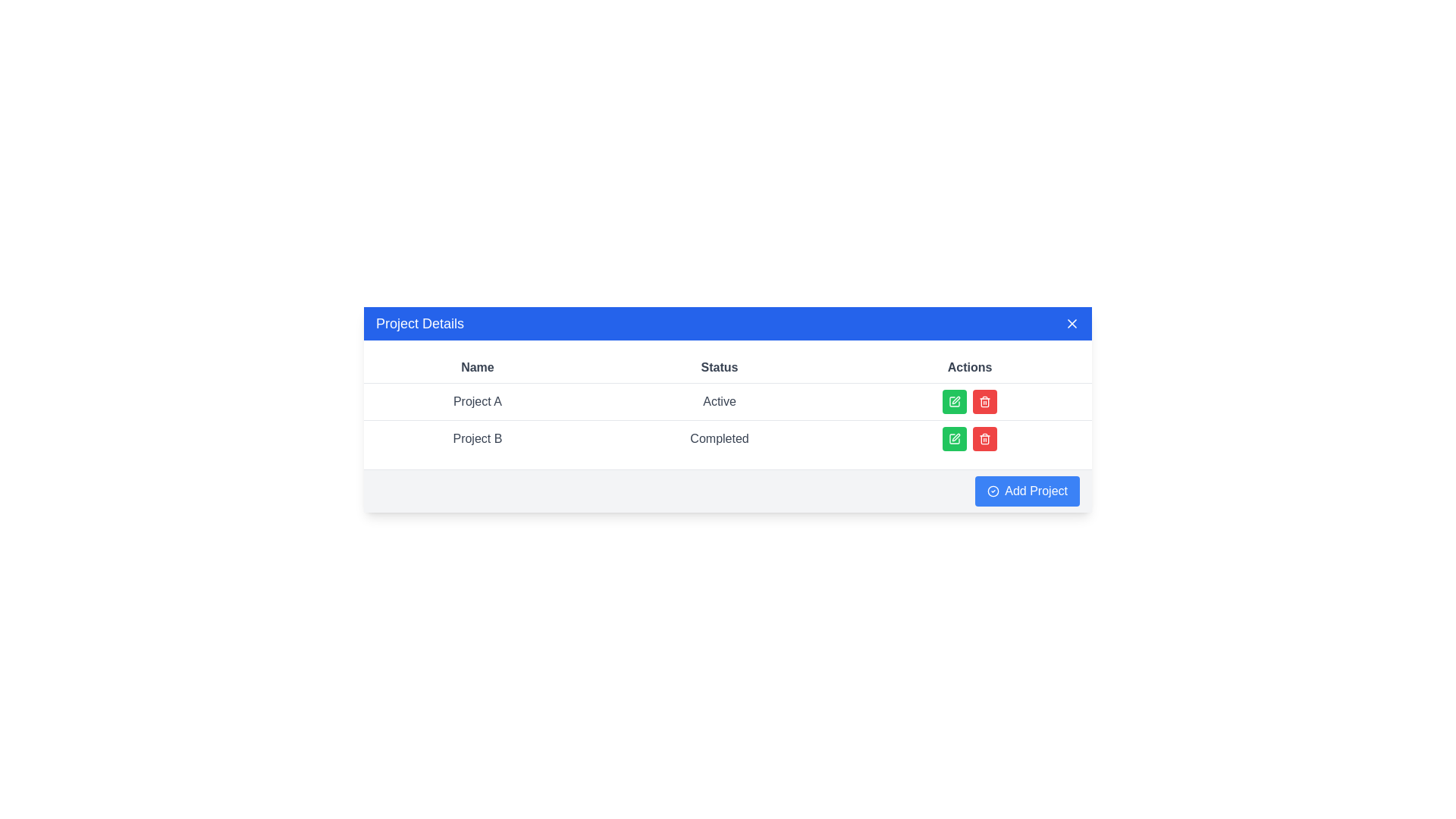 This screenshot has height=819, width=1456. What do you see at coordinates (985, 400) in the screenshot?
I see `the Delete button with a red background and a white trash can icon, located in the Actions column of the second row, to initiate delete` at bounding box center [985, 400].